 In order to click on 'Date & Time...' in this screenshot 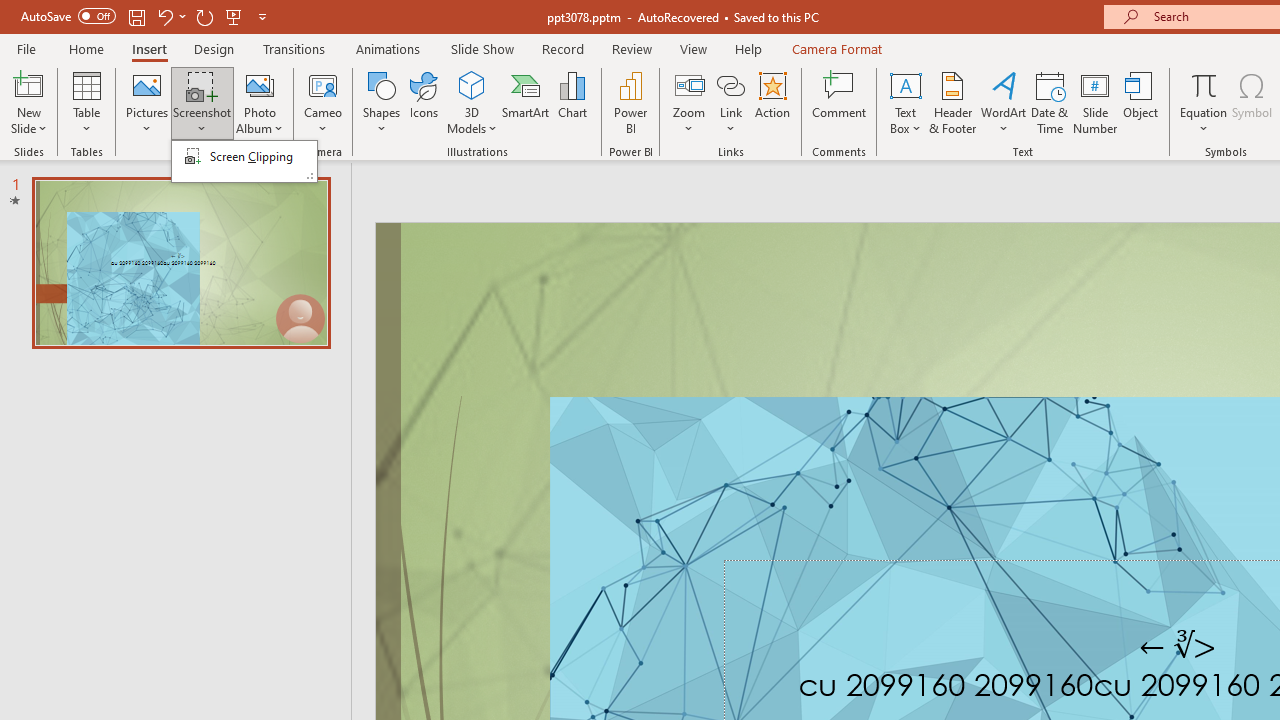, I will do `click(1049, 103)`.